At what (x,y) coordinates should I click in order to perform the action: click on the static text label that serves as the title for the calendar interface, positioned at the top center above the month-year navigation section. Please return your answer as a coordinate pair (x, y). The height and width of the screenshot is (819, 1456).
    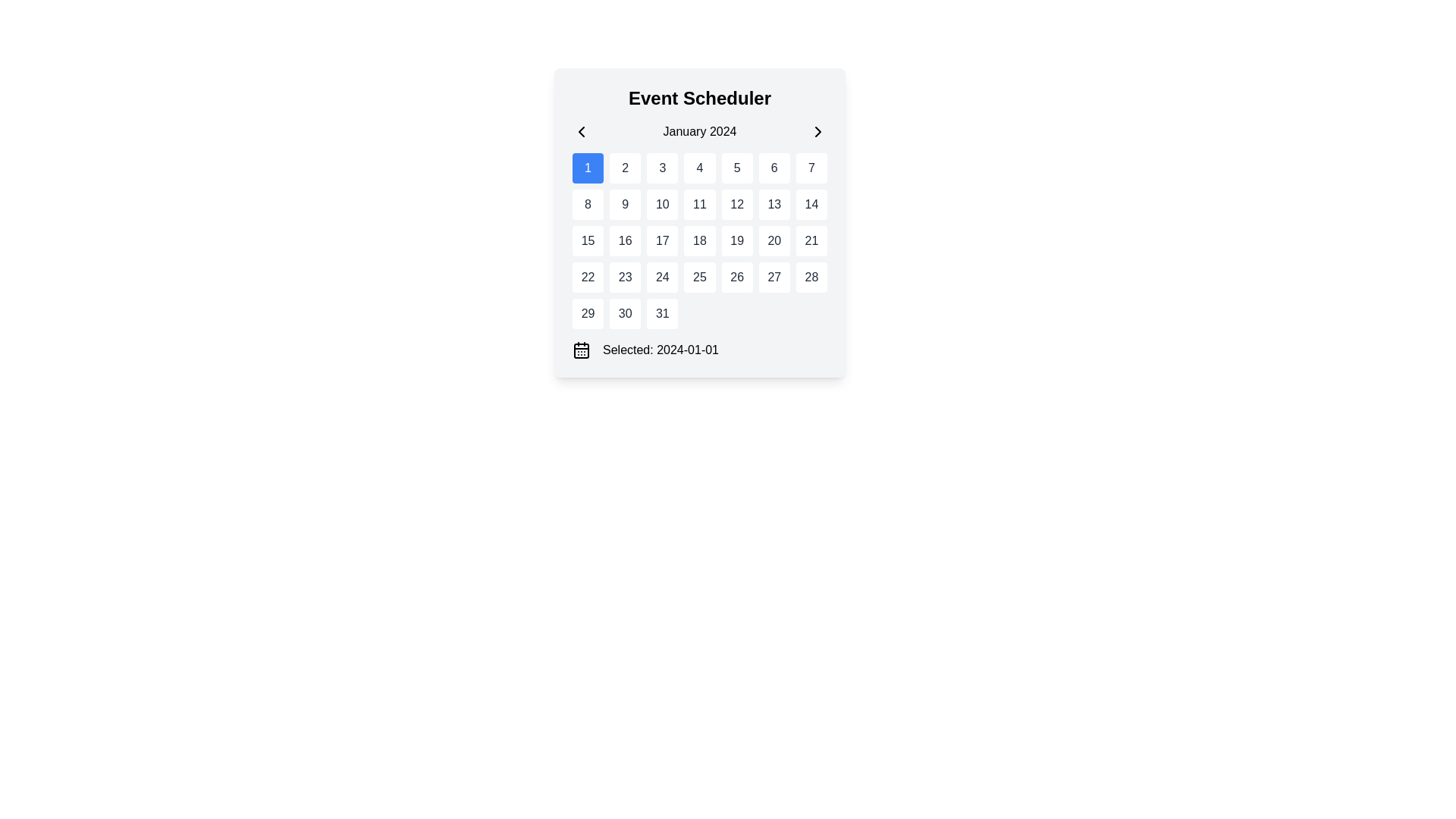
    Looking at the image, I should click on (698, 99).